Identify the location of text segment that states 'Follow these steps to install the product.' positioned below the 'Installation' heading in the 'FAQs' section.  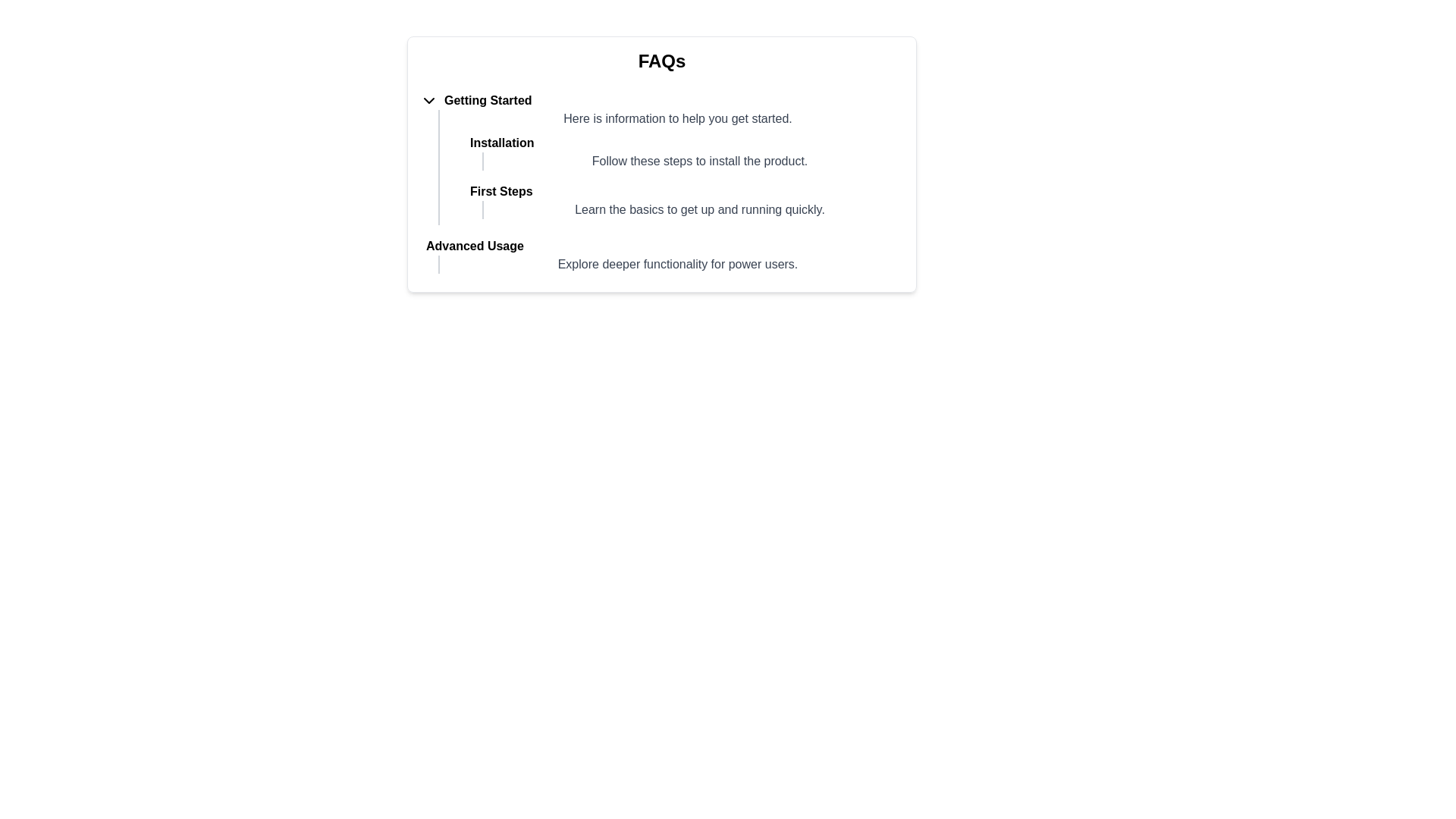
(692, 161).